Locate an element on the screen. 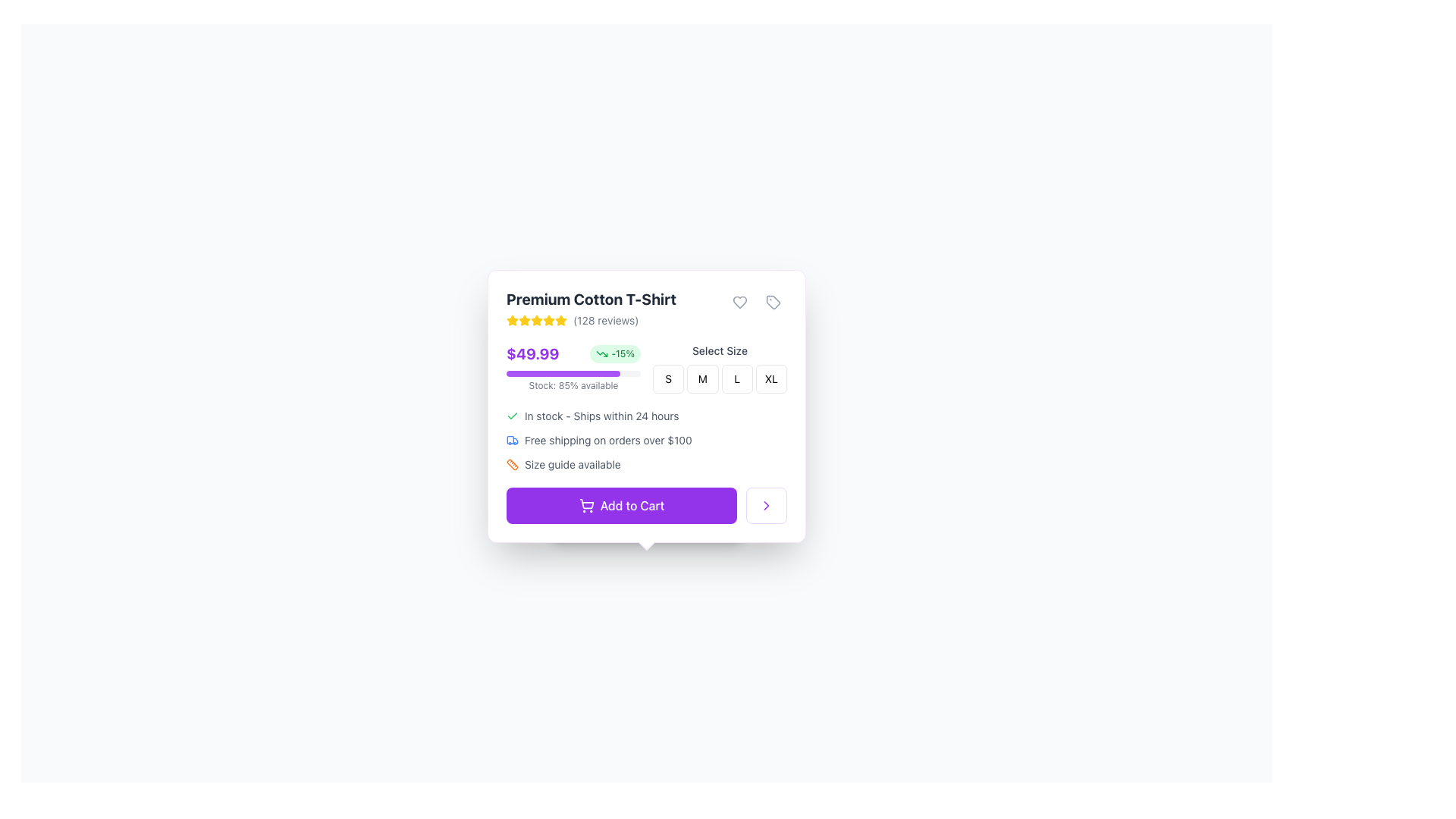  the product title and rating information section displaying 'Premium Cotton T-Shirt', its rating stars, and '128 reviews' is located at coordinates (590, 308).